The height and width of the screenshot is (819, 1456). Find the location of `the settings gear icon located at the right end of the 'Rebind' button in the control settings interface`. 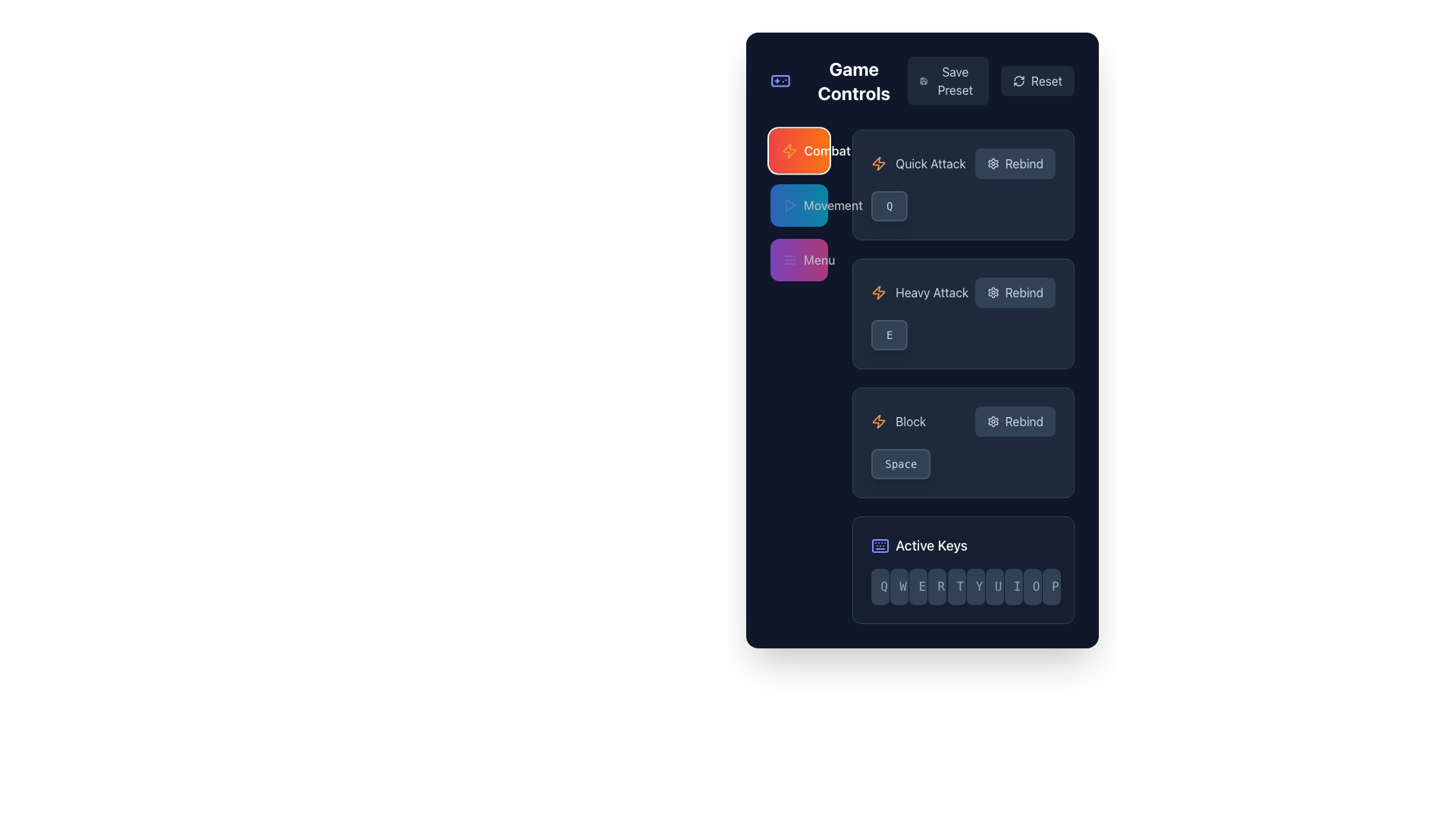

the settings gear icon located at the right end of the 'Rebind' button in the control settings interface is located at coordinates (993, 421).